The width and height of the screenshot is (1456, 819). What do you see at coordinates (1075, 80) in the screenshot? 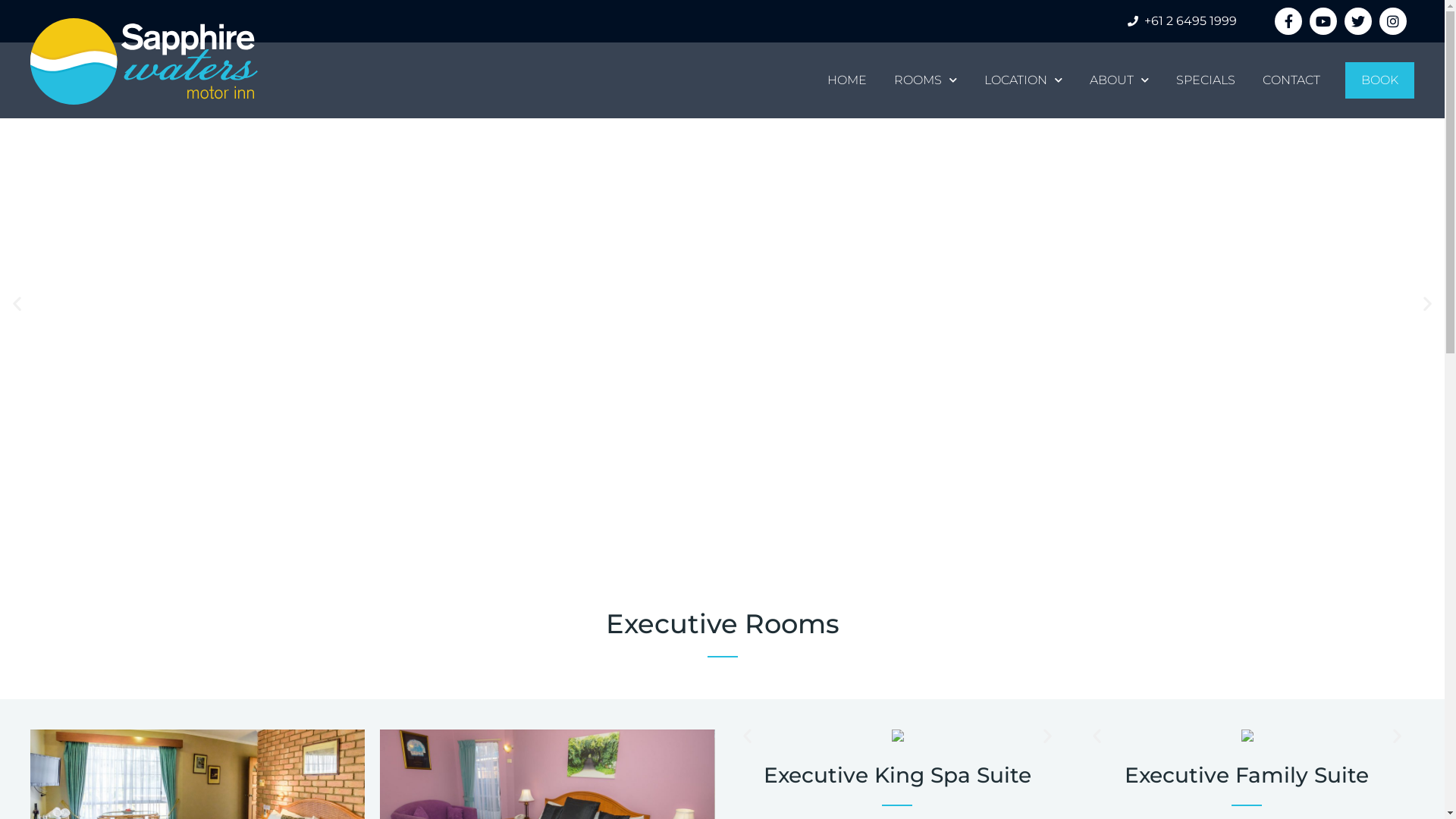
I see `'ABOUT'` at bounding box center [1075, 80].